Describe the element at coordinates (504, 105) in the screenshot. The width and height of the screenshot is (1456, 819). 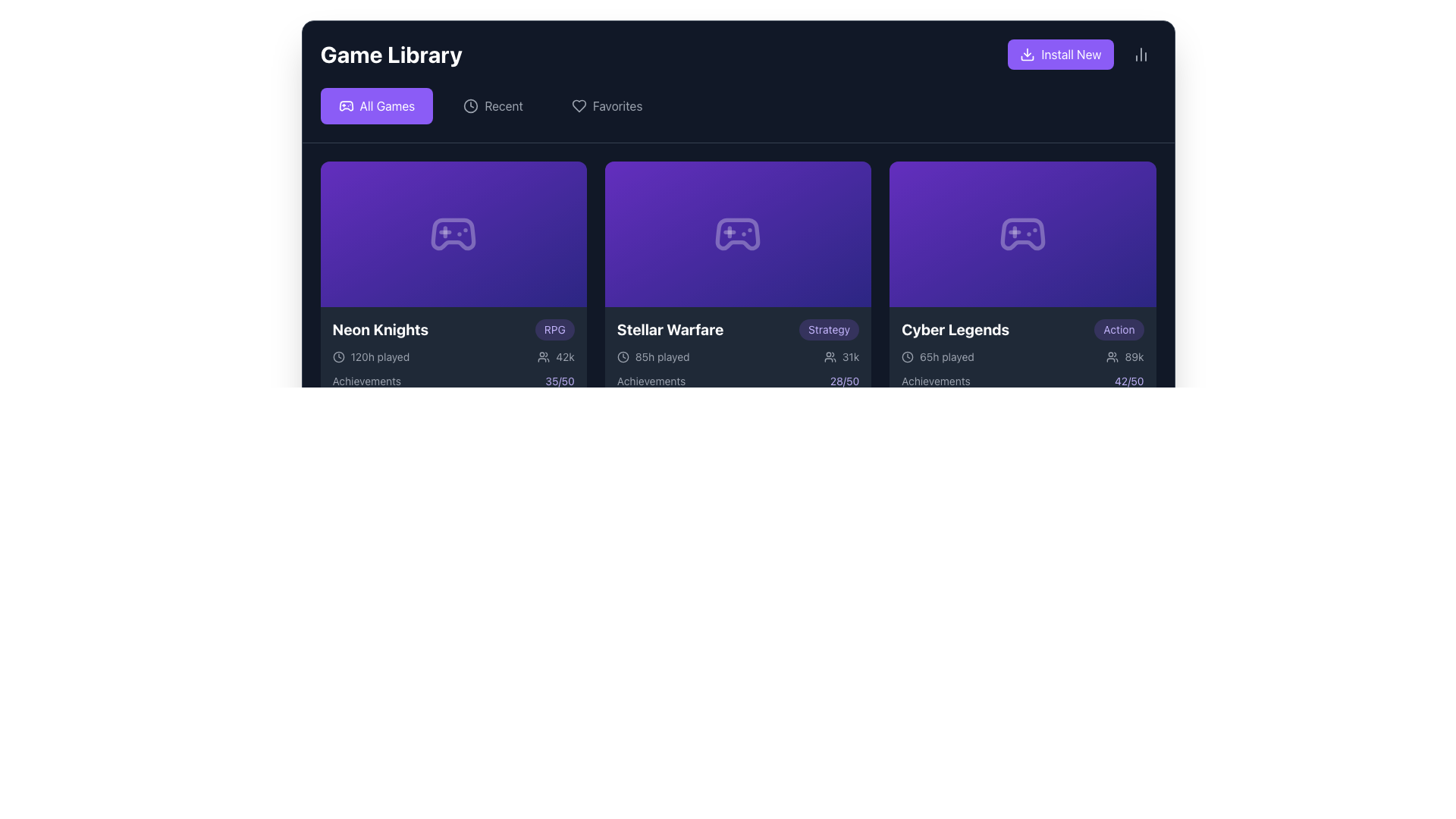
I see `the 'Recent' text label, which filters items to show recently accessed or added items, located next to a clock icon on the left and a 'Favorites' text label on the right` at that location.